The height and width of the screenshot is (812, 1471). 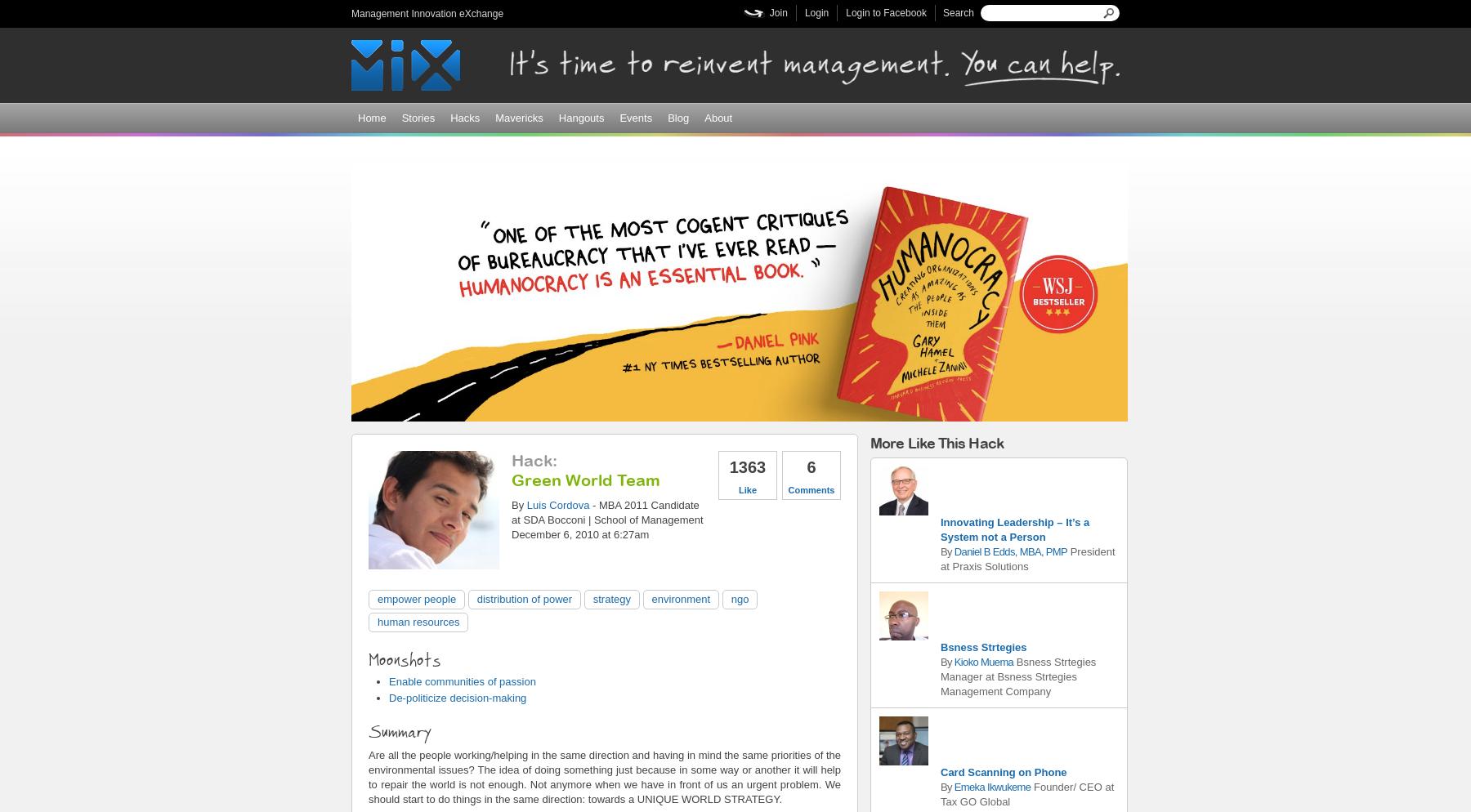 What do you see at coordinates (939, 800) in the screenshot?
I see `'Tax GO Global'` at bounding box center [939, 800].